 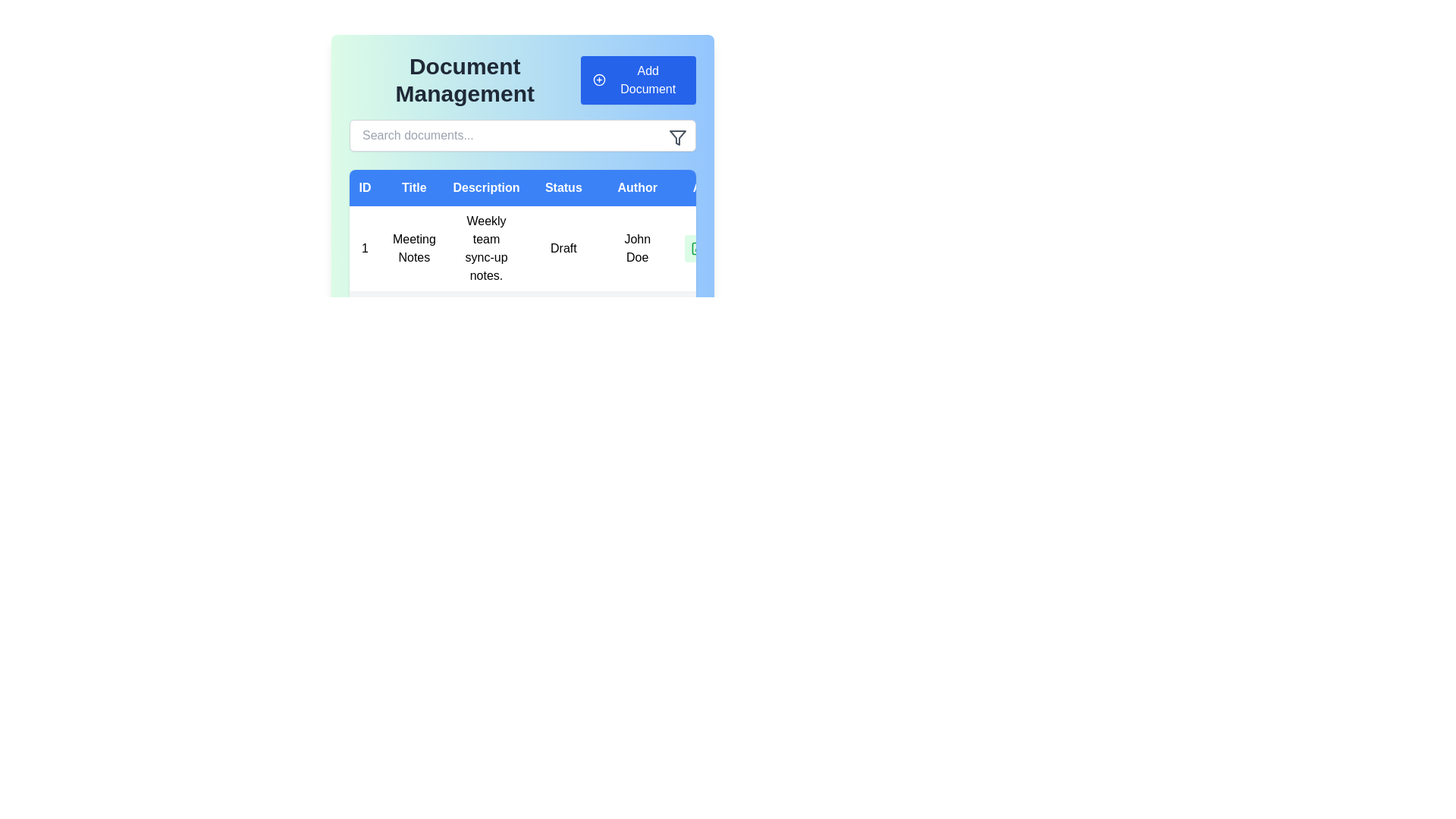 I want to click on the text label displaying 'Meeting Notes', which is located in the second column of the first row in a tabular structure, so click(x=414, y=247).